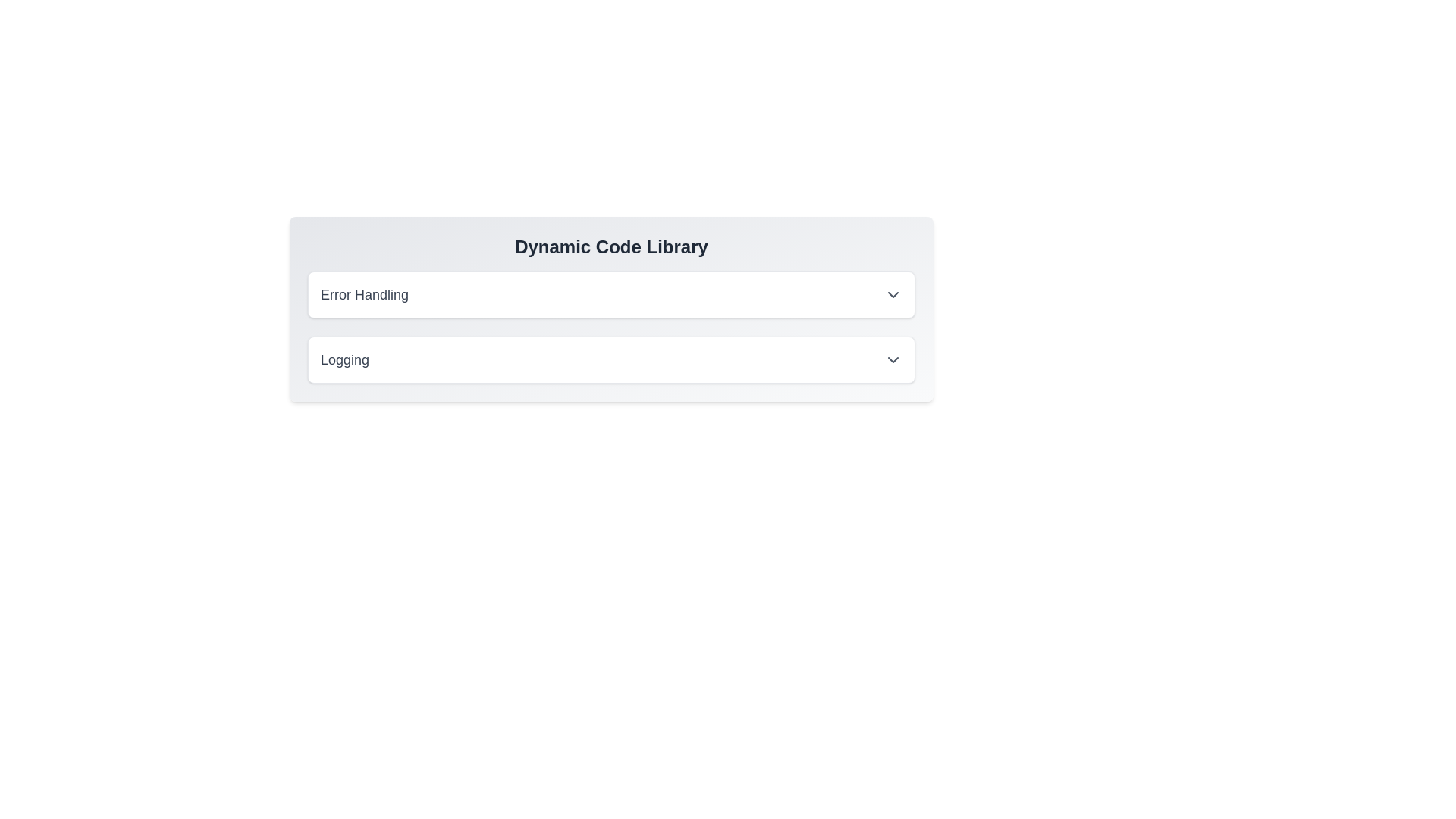  Describe the element at coordinates (611, 359) in the screenshot. I see `the second item in the dropdown menu, located below the 'Error Handling' item` at that location.